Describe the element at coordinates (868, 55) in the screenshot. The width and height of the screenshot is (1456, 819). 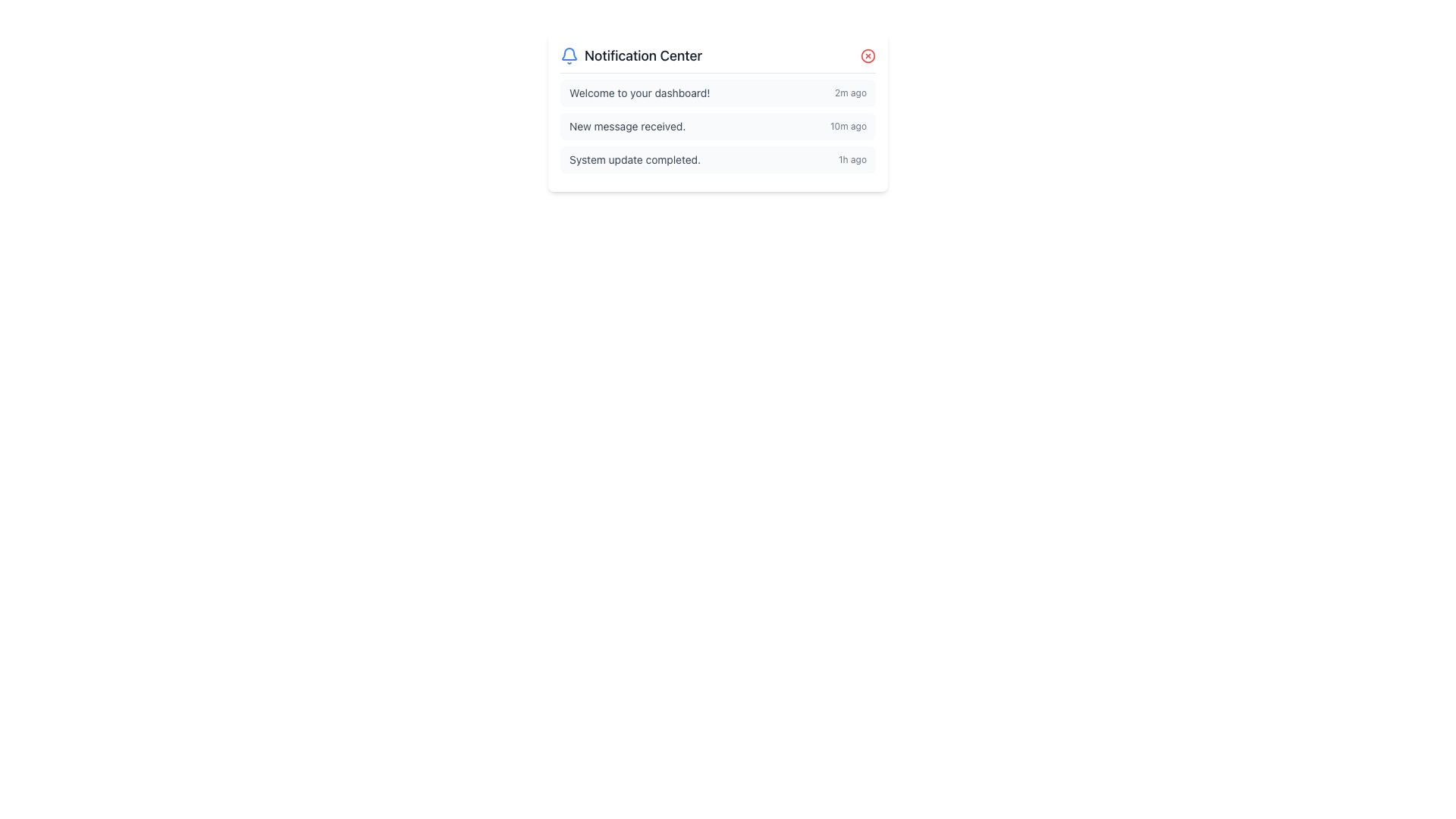
I see `the close button located at the top right corner of the notification panel` at that location.